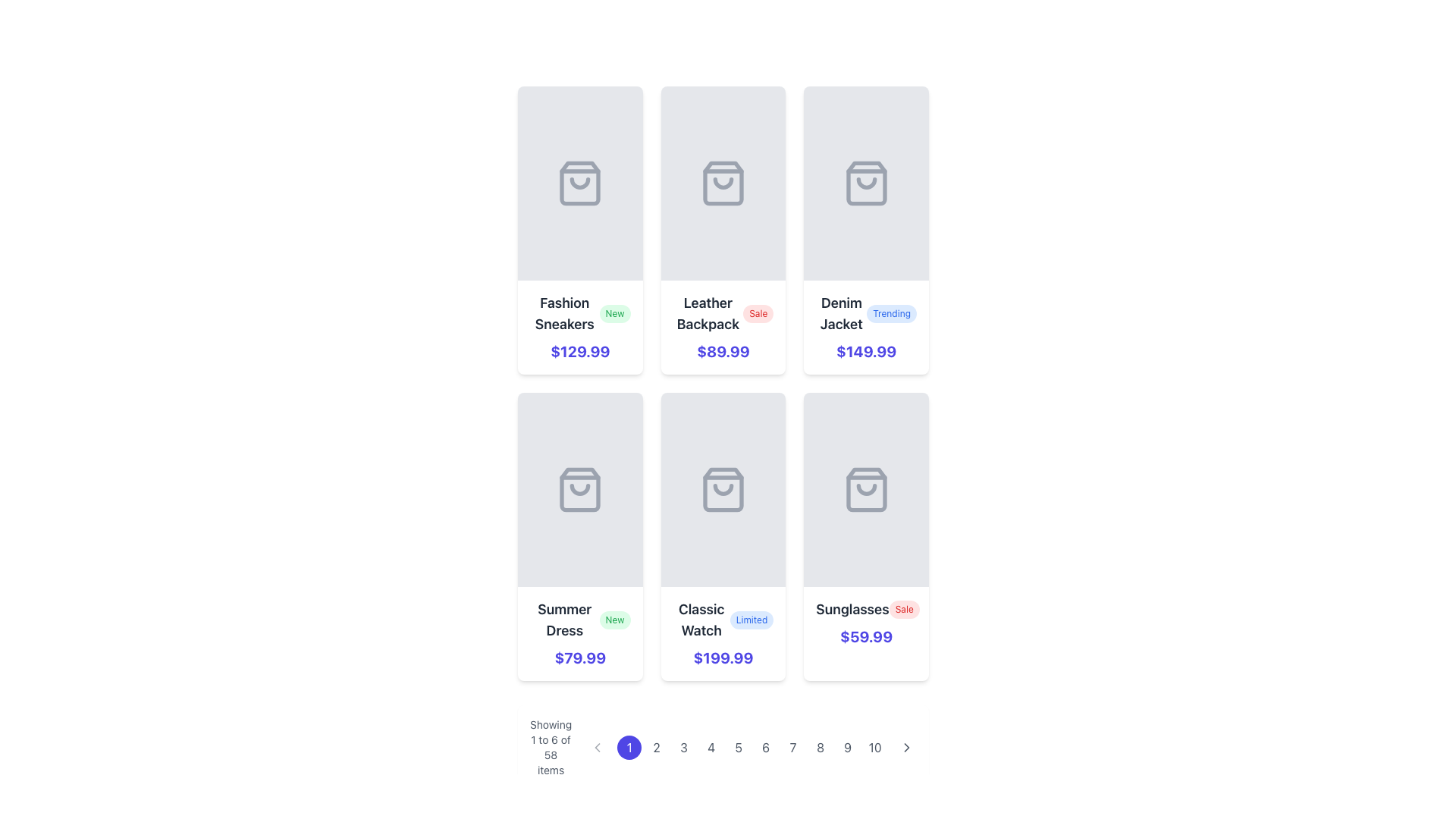 This screenshot has height=819, width=1456. I want to click on text content of the 'Classic Watch' element with a badge, which is located in the center card of the middle row in a grid layout, positioned above the price '$199.99', so click(723, 620).